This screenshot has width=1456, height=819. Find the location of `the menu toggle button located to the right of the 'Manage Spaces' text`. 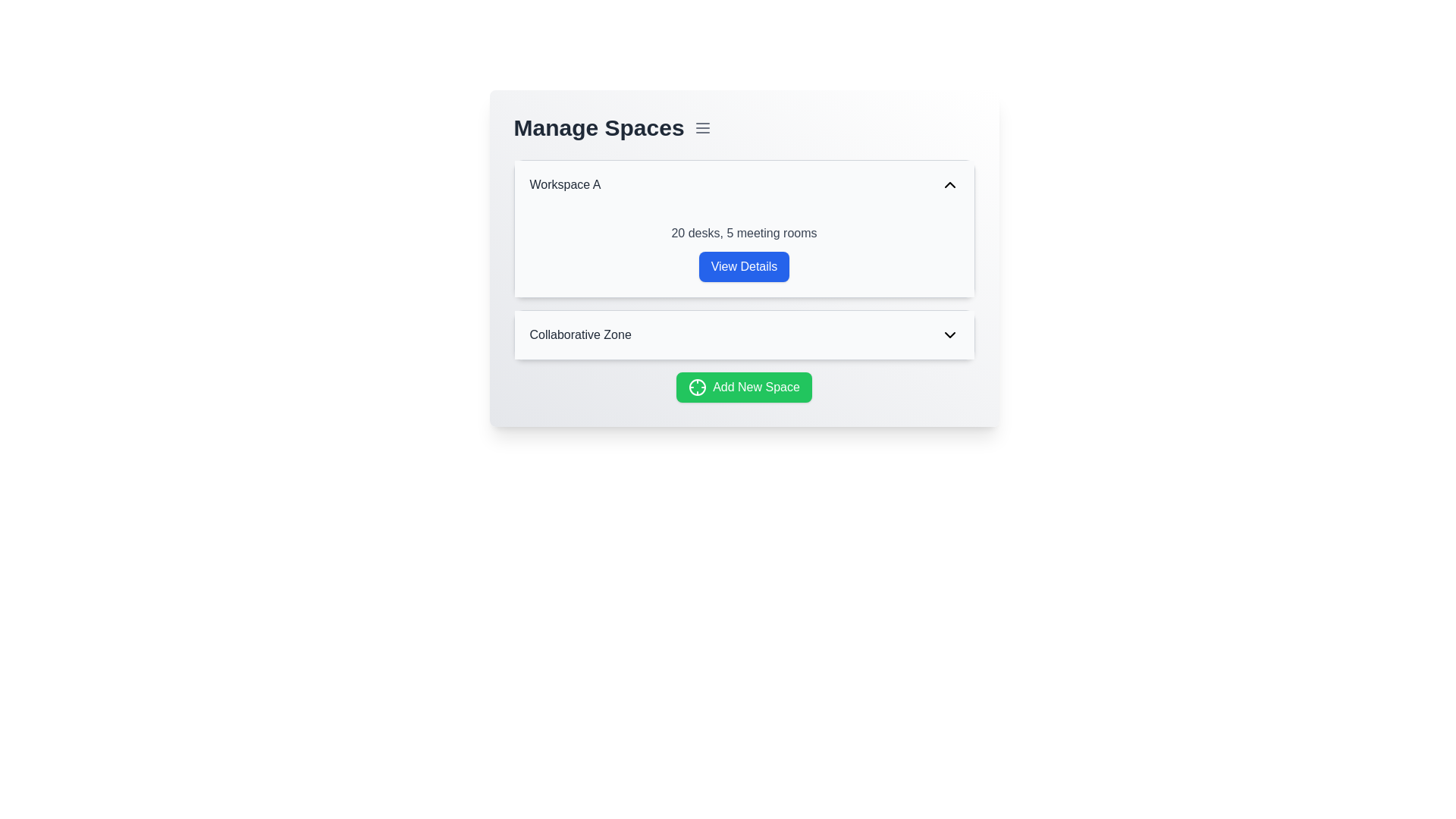

the menu toggle button located to the right of the 'Manage Spaces' text is located at coordinates (701, 127).